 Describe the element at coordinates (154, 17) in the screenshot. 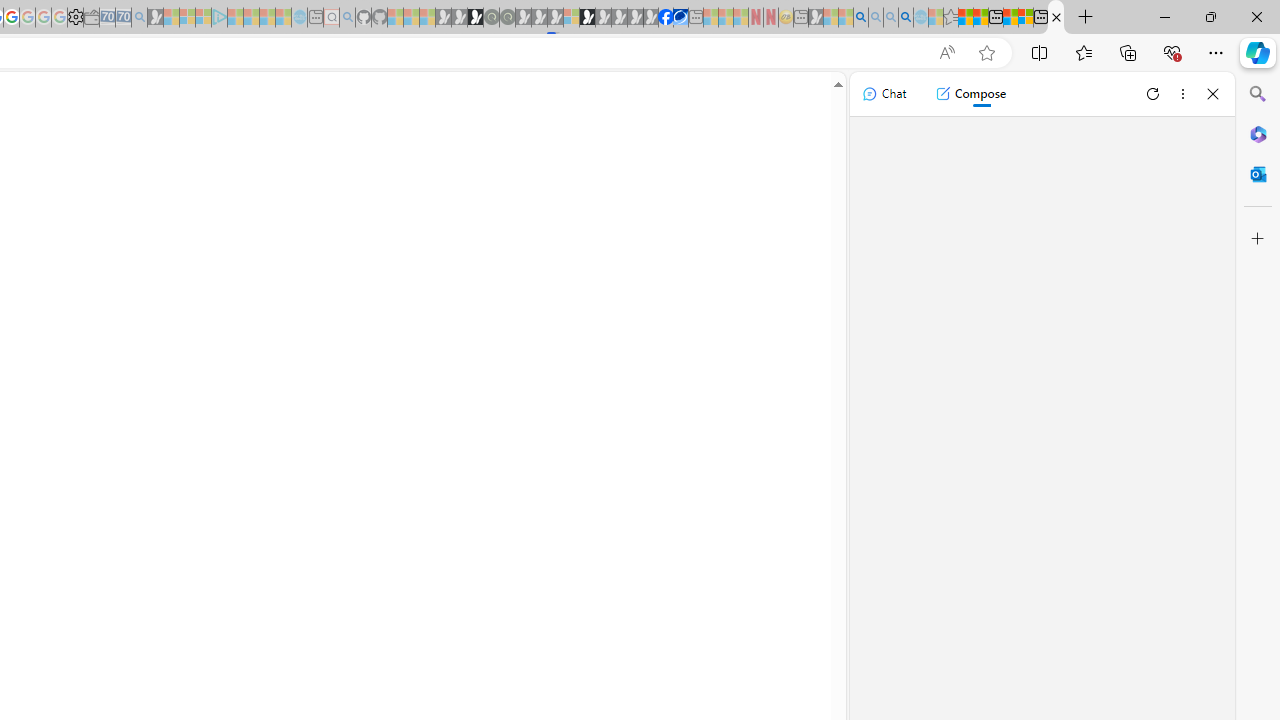

I see `'Microsoft Start Gaming - Sleeping'` at that location.